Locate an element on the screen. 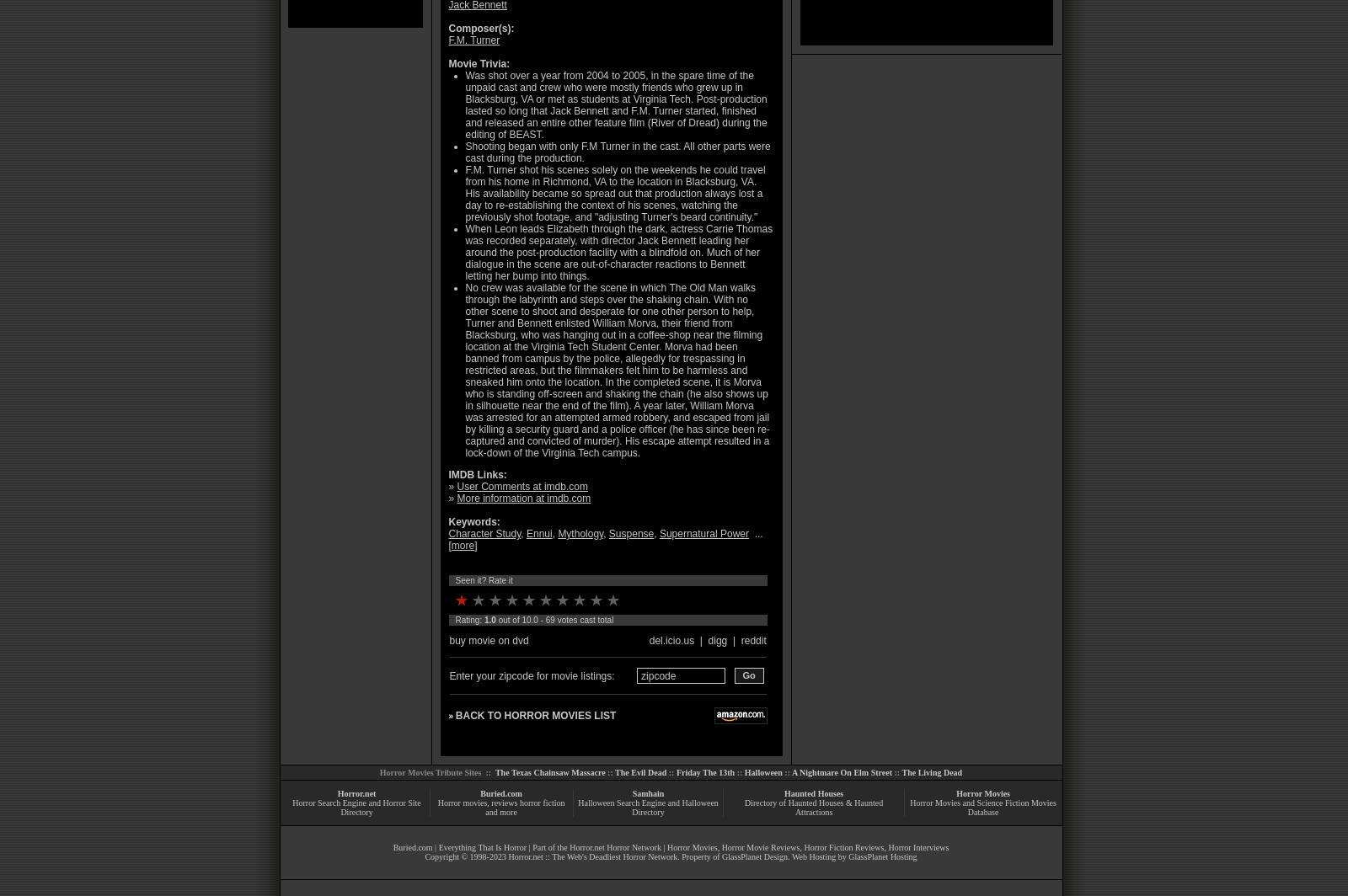 Image resolution: width=1348 pixels, height=896 pixels. 'Supernatural Power' is located at coordinates (703, 534).